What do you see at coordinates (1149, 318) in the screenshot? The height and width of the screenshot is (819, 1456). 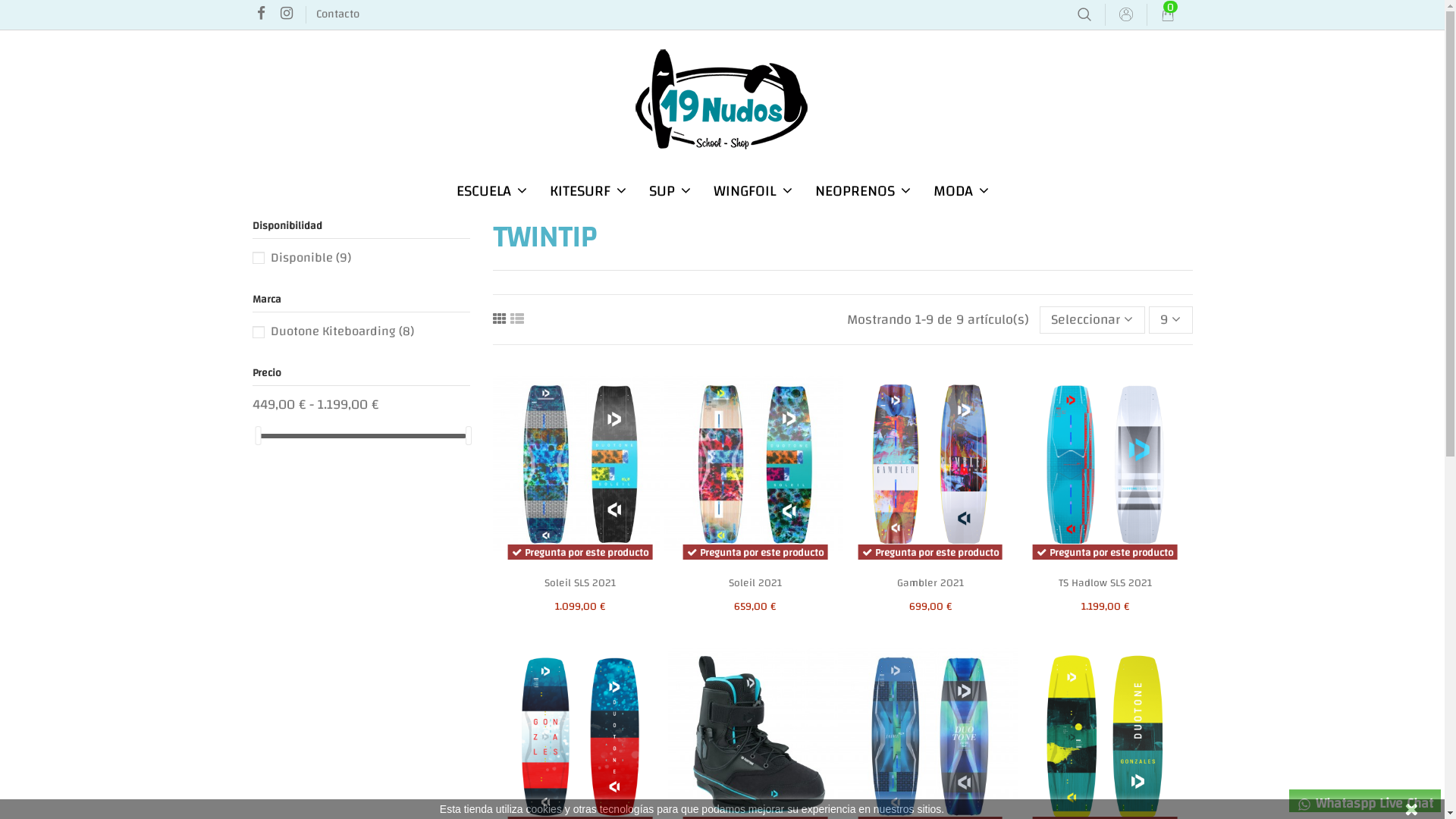 I see `'9'` at bounding box center [1149, 318].